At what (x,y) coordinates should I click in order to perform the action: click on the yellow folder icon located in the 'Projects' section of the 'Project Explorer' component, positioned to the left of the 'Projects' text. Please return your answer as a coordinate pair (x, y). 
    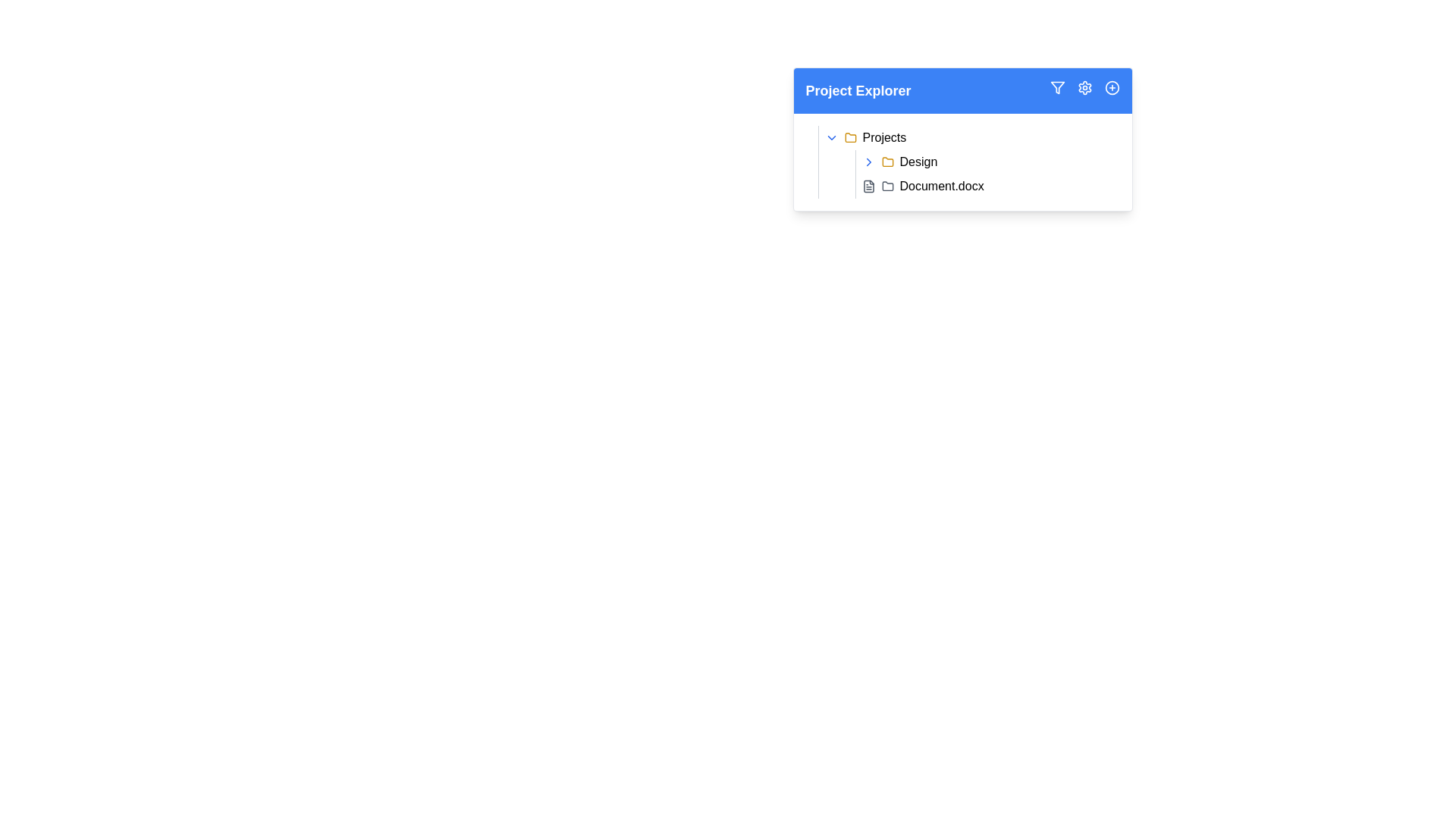
    Looking at the image, I should click on (850, 137).